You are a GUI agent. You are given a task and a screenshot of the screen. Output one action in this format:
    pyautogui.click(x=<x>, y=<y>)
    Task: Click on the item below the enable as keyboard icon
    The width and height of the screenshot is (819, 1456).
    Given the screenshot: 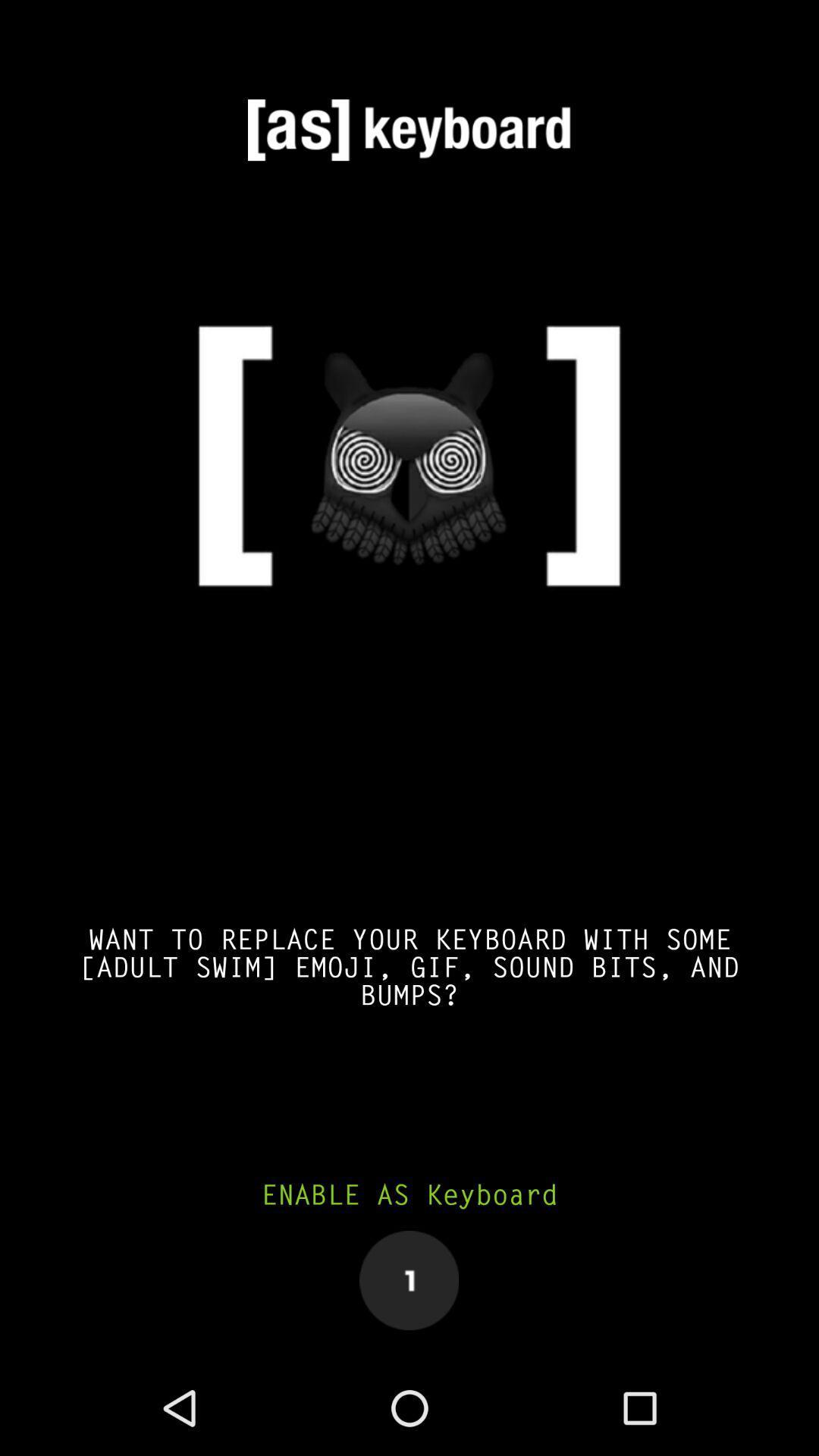 What is the action you would take?
    pyautogui.click(x=409, y=1279)
    